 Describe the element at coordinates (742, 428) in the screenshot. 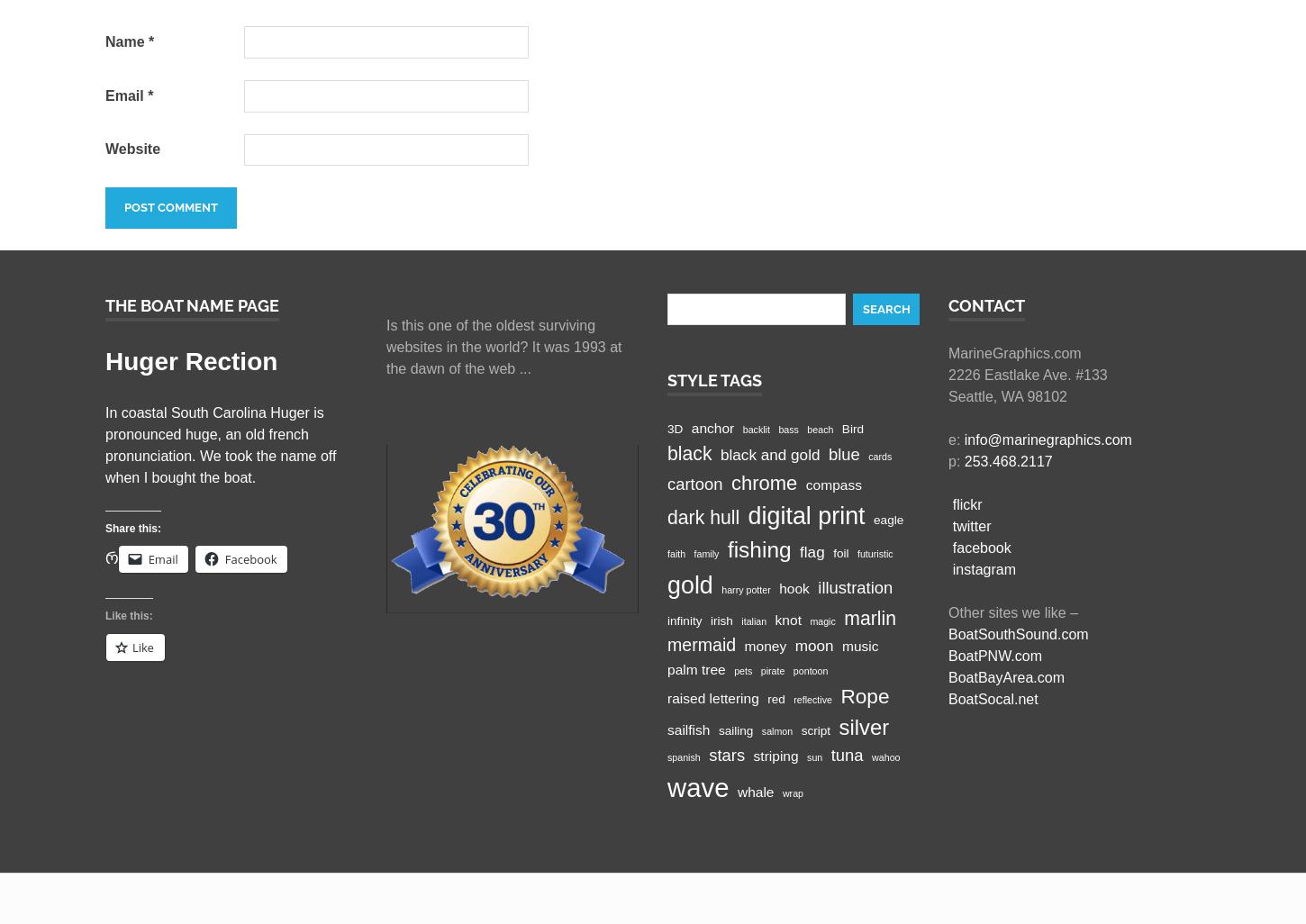

I see `'backlit'` at that location.